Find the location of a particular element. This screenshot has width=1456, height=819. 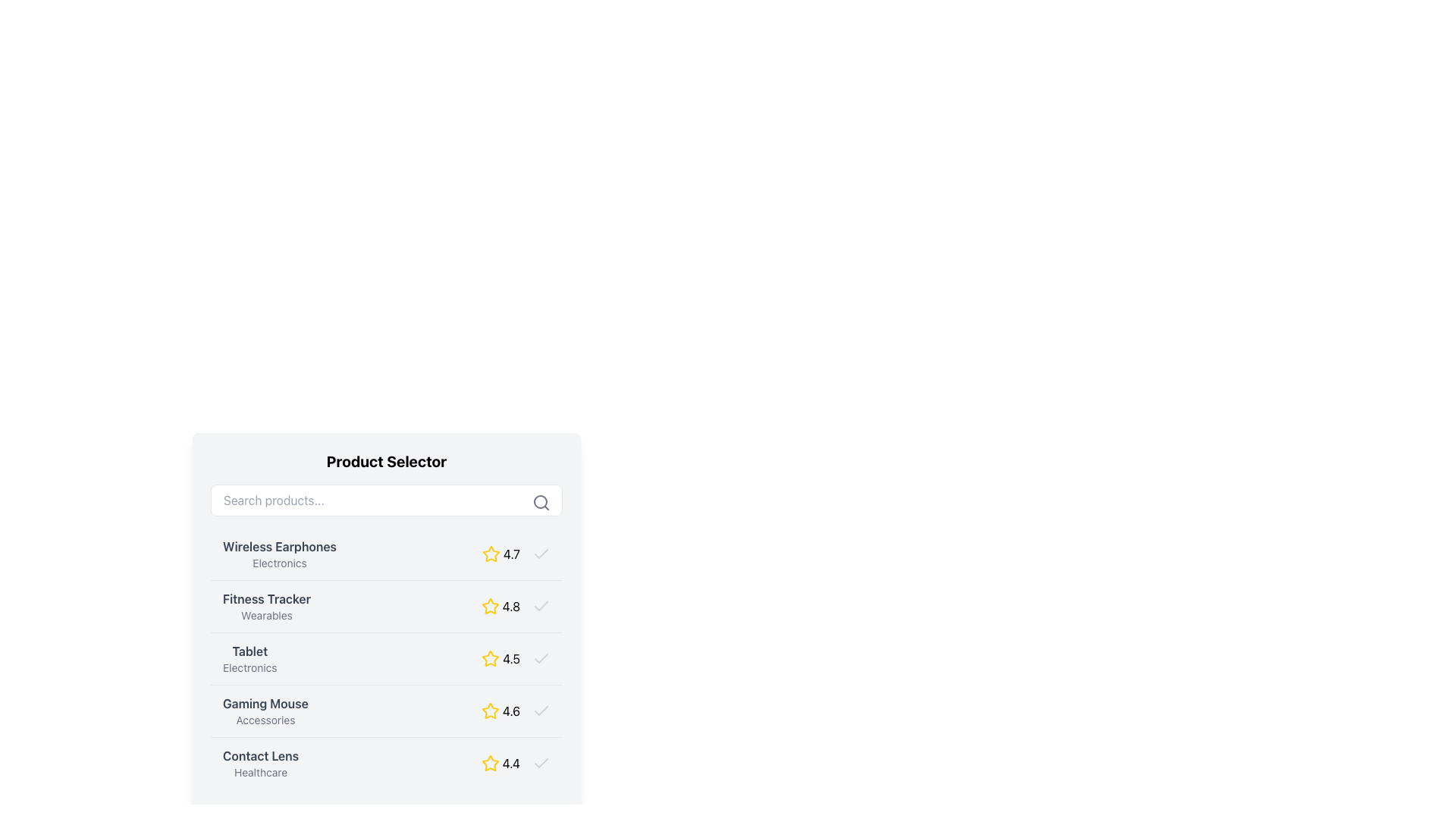

the text label displaying 'Wearables' located below the title 'Fitness Tracker' in a descriptive section of the fitness tracker list item is located at coordinates (266, 616).